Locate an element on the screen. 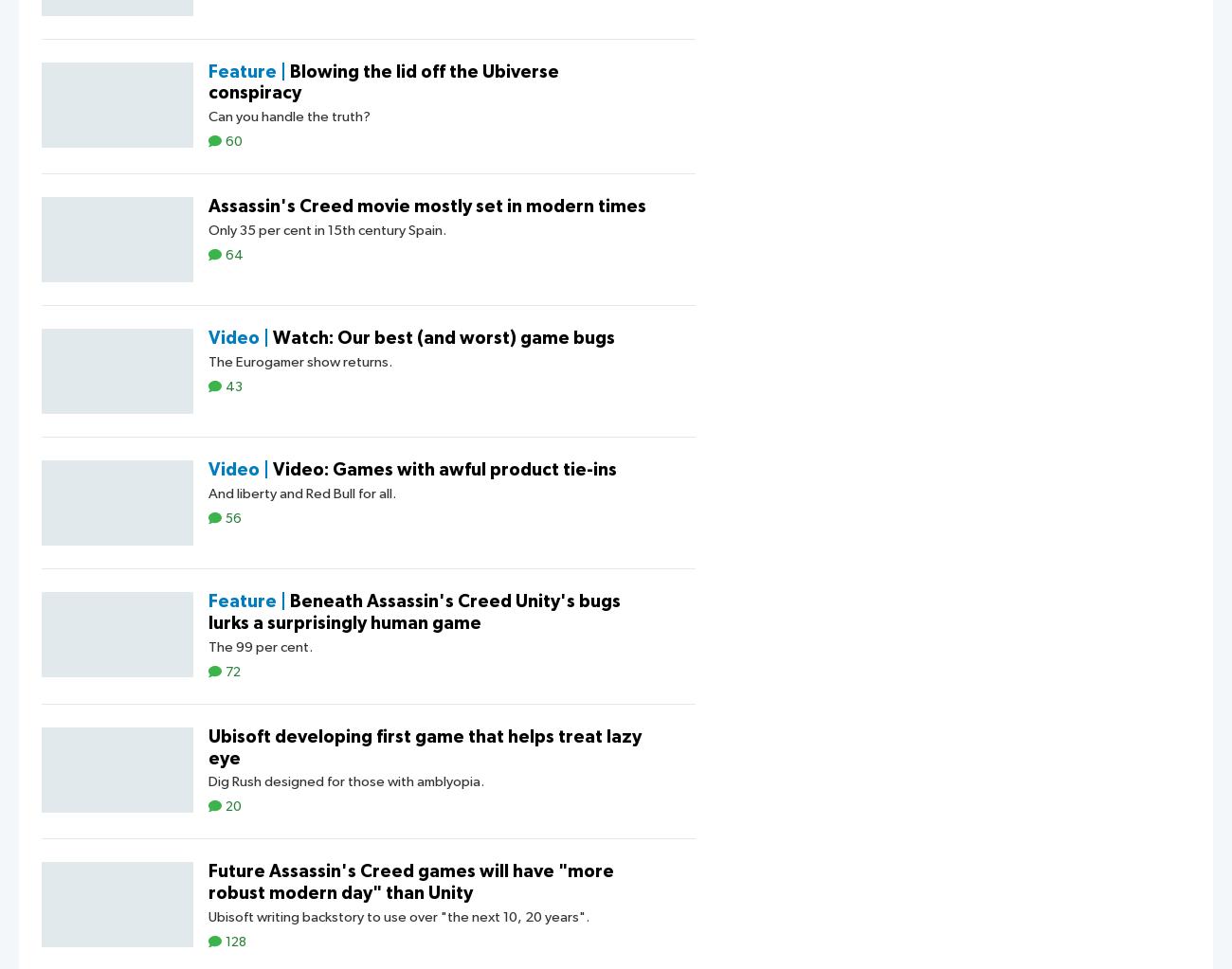 Image resolution: width=1232 pixels, height=969 pixels. 'The 99 per cent.' is located at coordinates (260, 645).